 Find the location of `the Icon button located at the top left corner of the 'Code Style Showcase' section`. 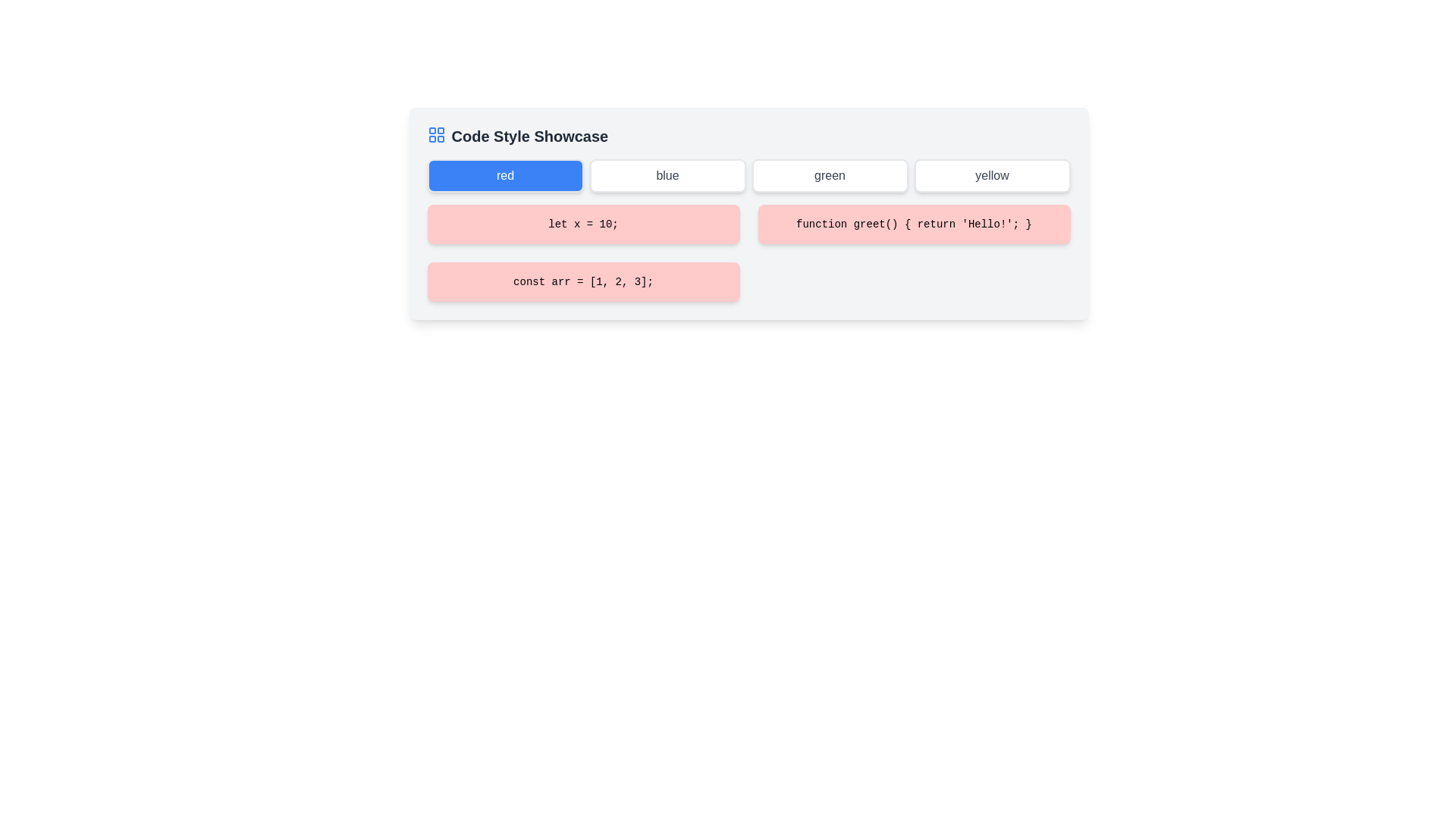

the Icon button located at the top left corner of the 'Code Style Showcase' section is located at coordinates (435, 133).